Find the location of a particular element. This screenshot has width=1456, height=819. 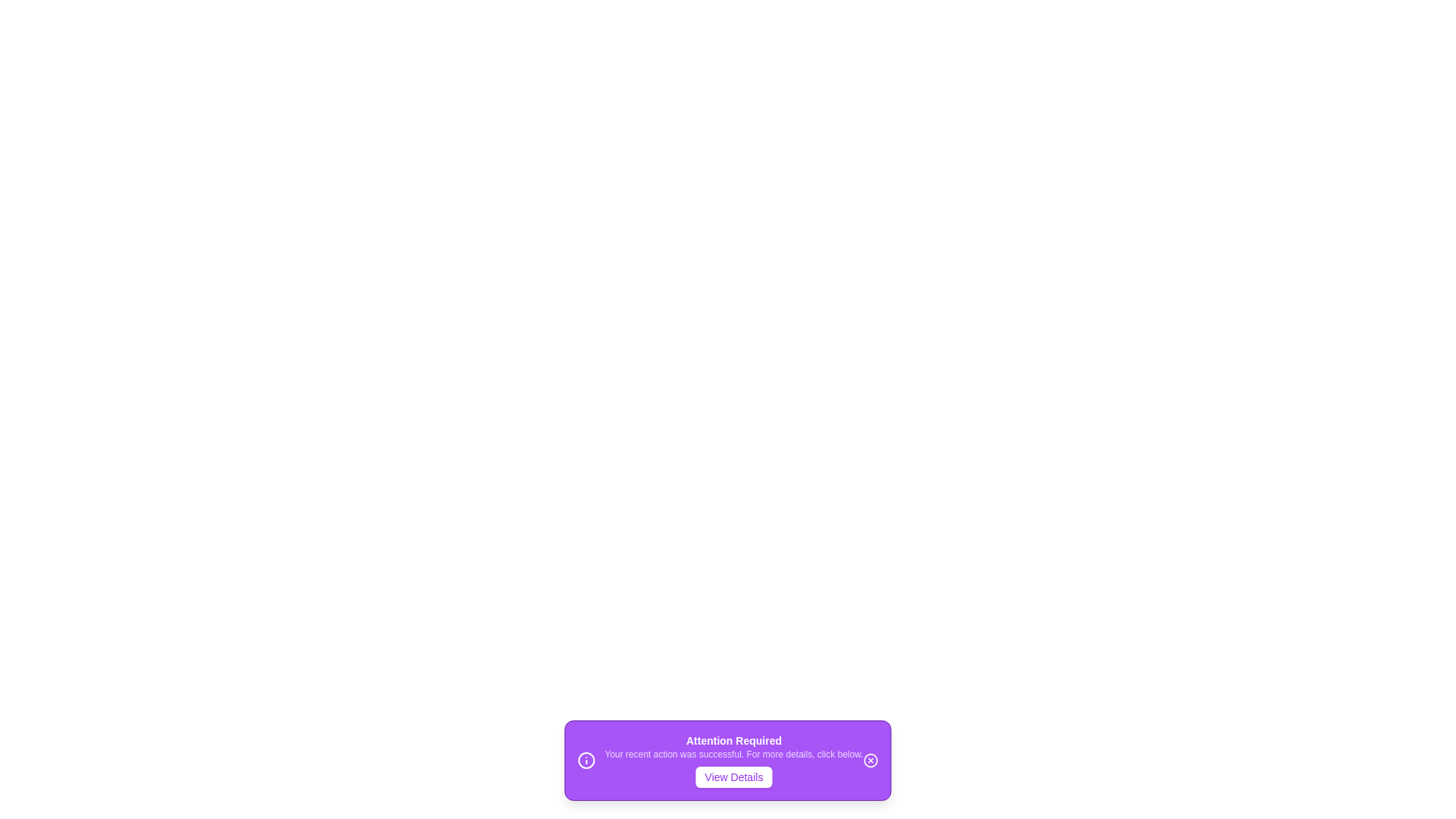

the 'View Details' button to view more information is located at coordinates (734, 777).